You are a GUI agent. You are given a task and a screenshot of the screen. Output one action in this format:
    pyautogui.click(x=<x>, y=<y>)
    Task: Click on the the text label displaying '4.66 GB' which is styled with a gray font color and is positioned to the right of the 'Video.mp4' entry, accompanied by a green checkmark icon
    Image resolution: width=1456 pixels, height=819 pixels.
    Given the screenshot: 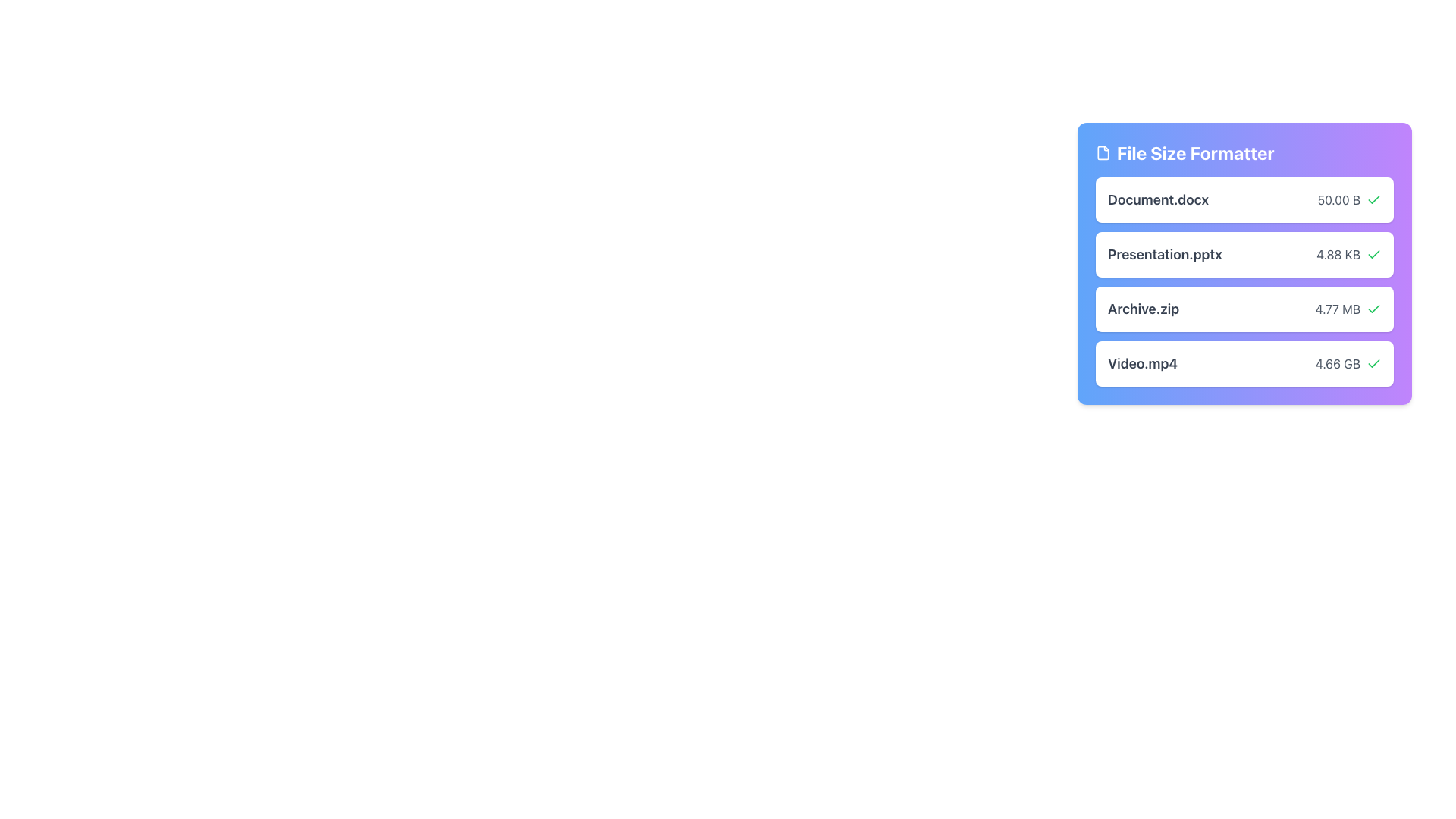 What is the action you would take?
    pyautogui.click(x=1348, y=363)
    